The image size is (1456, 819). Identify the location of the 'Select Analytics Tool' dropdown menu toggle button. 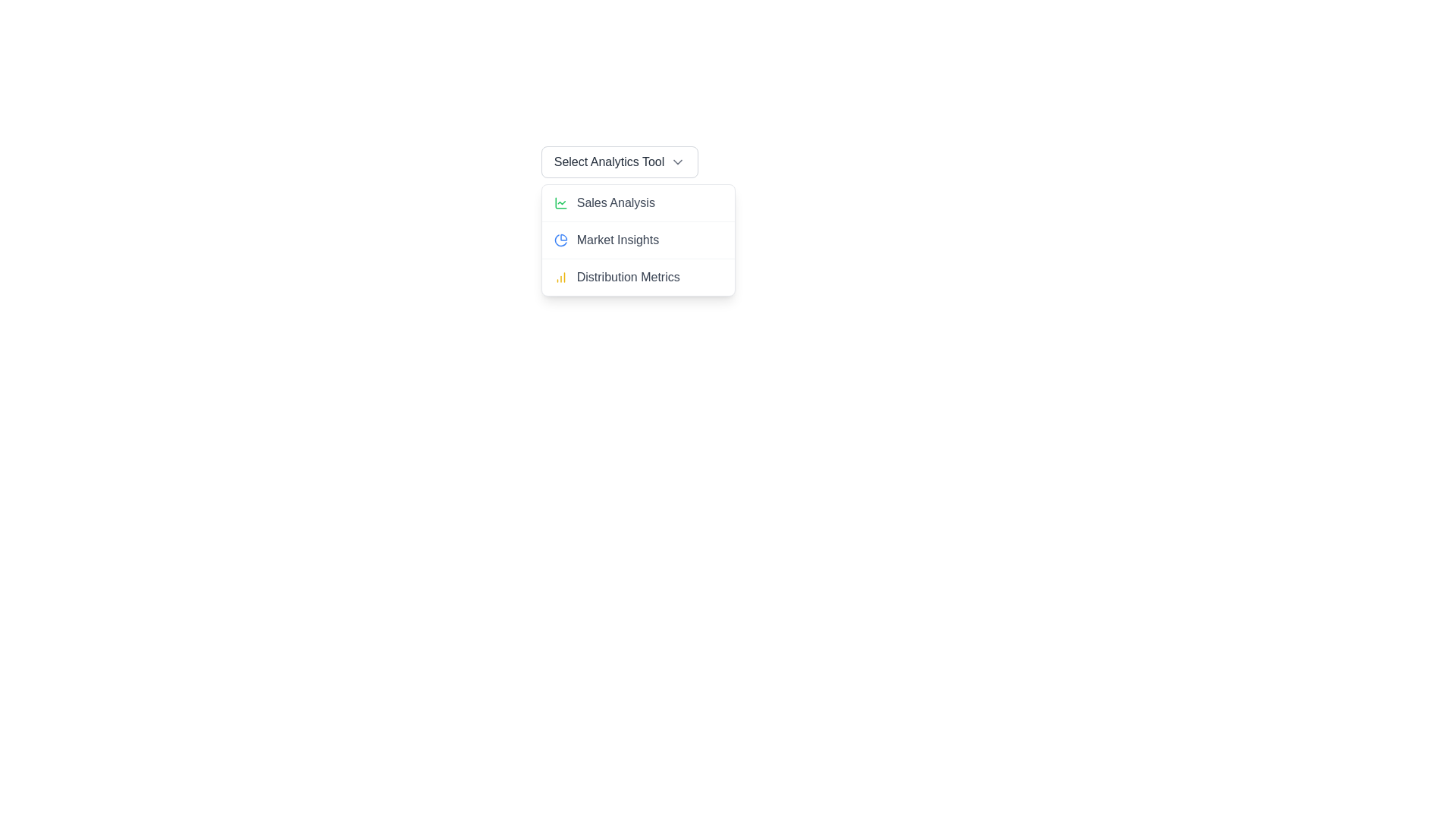
(620, 162).